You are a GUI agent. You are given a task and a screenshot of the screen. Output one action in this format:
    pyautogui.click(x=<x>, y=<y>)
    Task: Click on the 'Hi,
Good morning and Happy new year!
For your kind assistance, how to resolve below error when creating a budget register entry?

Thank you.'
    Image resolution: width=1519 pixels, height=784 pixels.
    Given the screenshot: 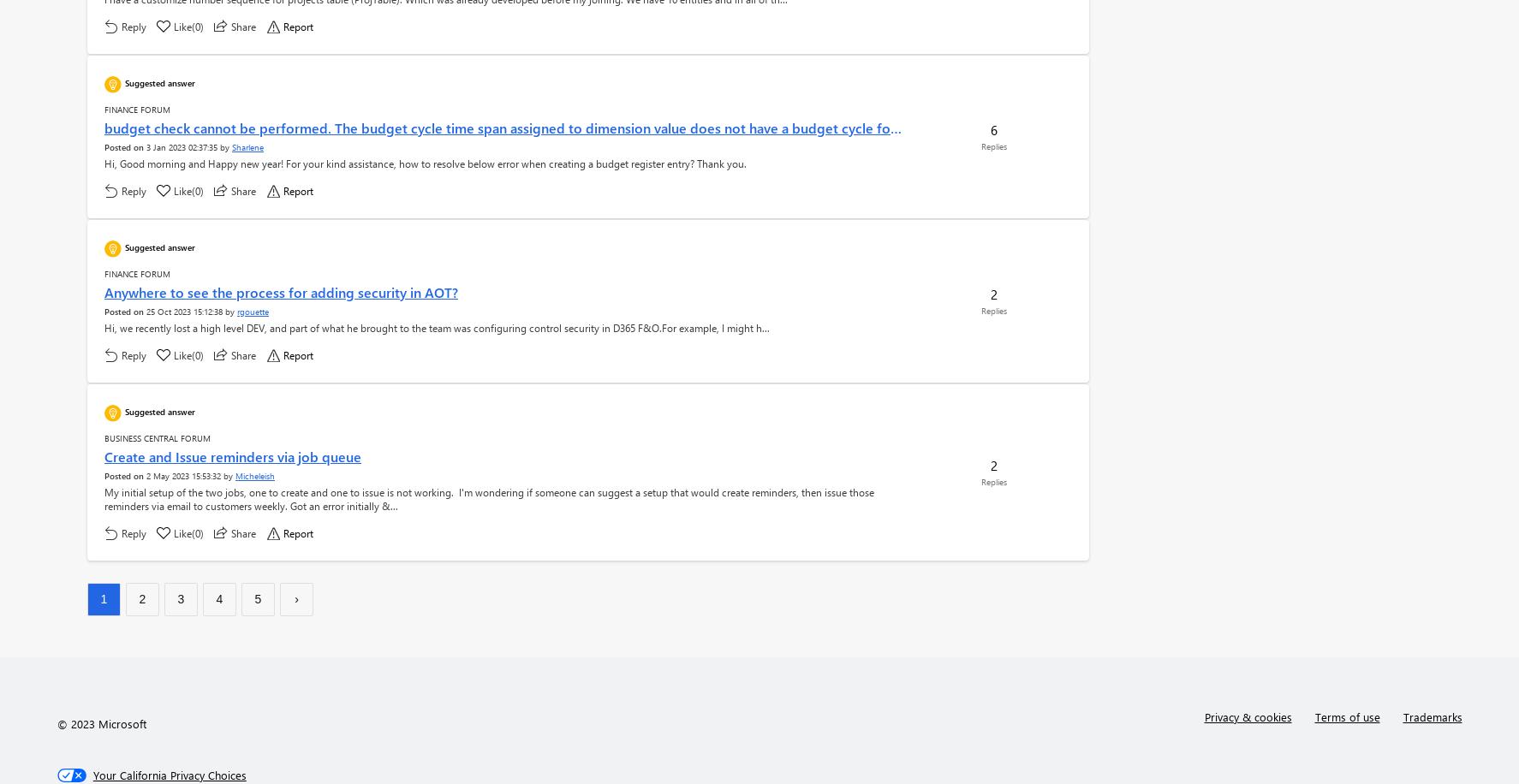 What is the action you would take?
    pyautogui.click(x=104, y=162)
    